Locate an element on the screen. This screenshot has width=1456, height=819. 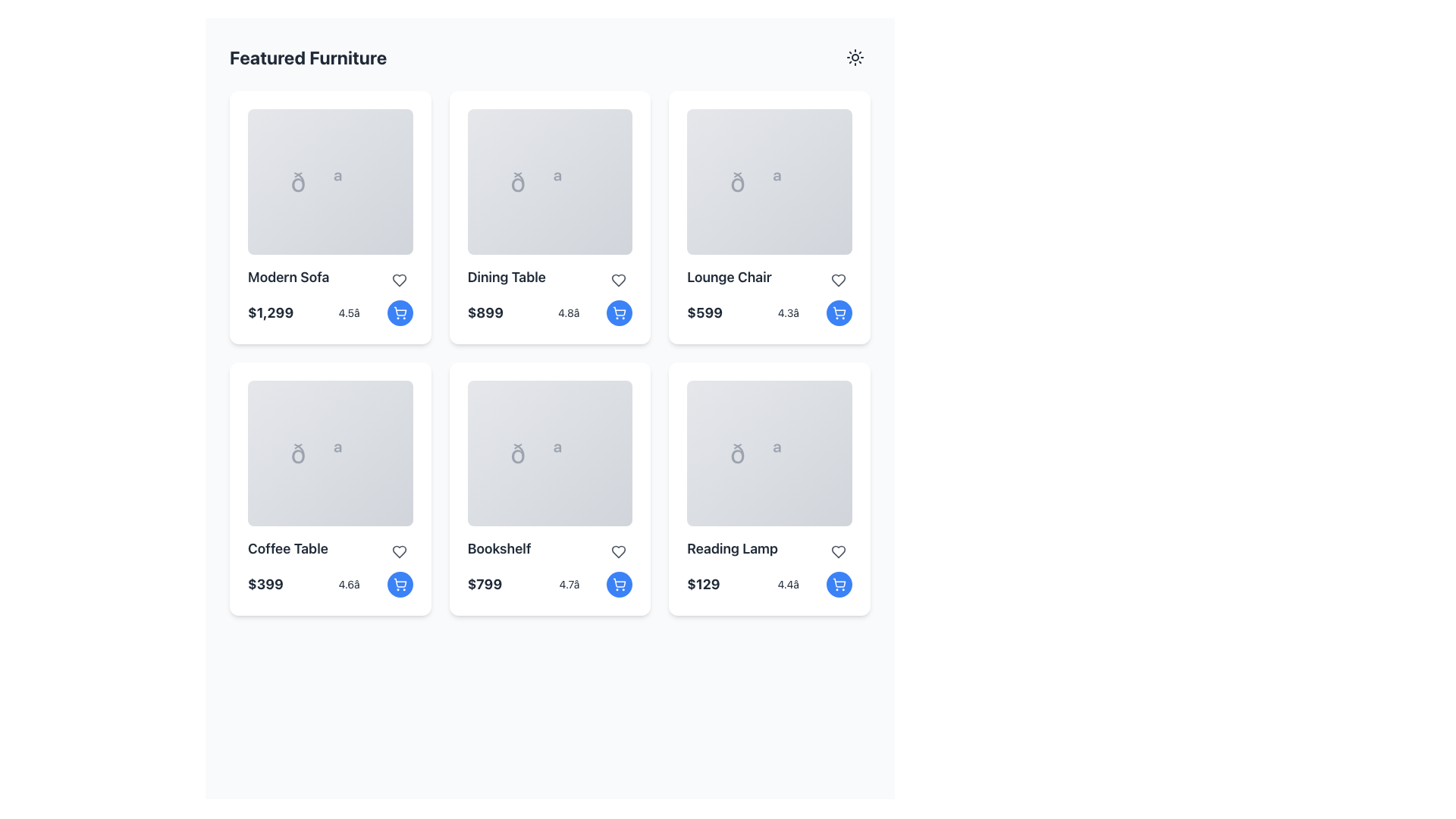
the static text heading that indicates the section contains featured furniture products, which is located in the top-left section of the user interface above the furniture items grid is located at coordinates (307, 57).